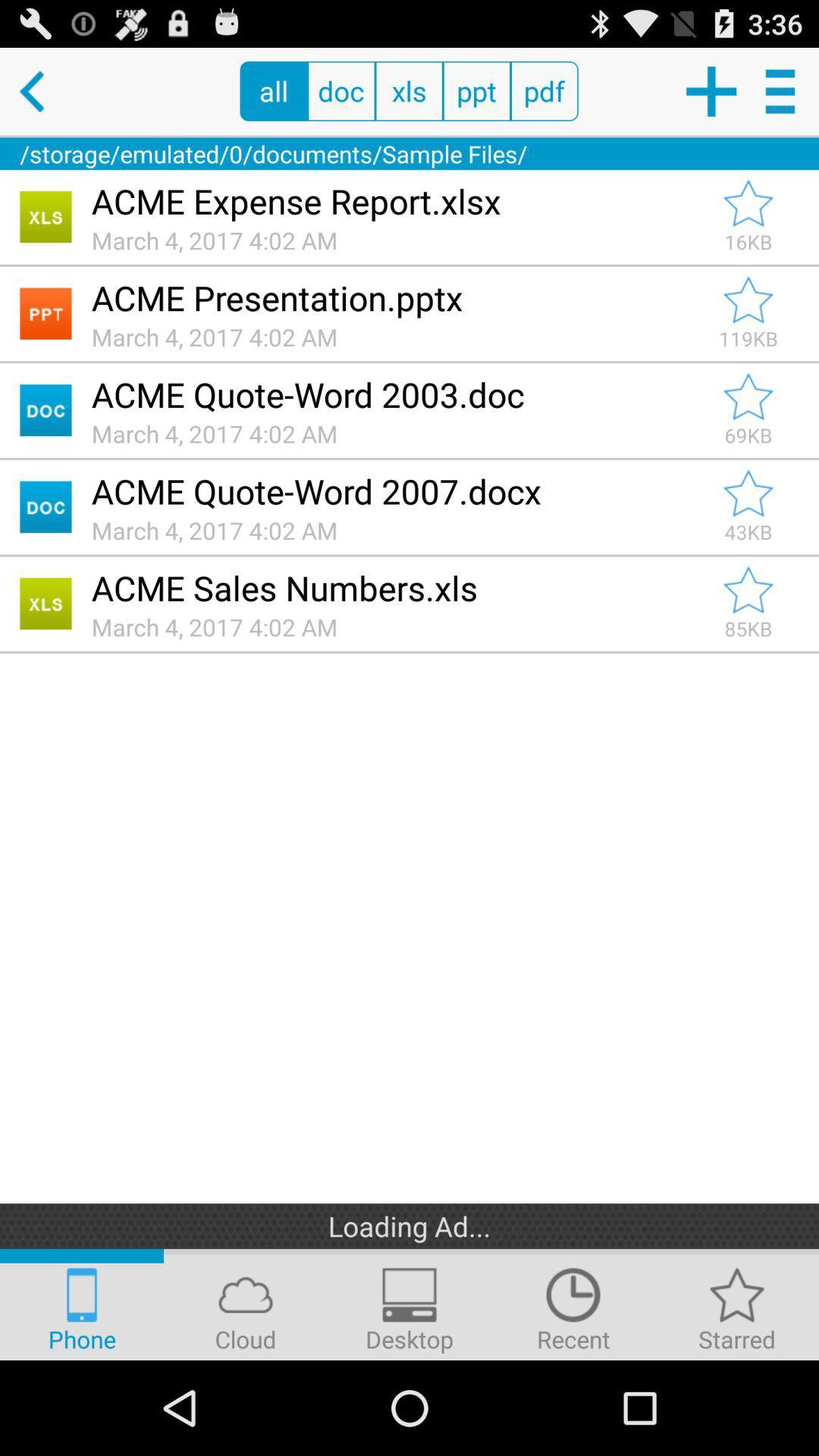  I want to click on to more options more options, so click(783, 90).